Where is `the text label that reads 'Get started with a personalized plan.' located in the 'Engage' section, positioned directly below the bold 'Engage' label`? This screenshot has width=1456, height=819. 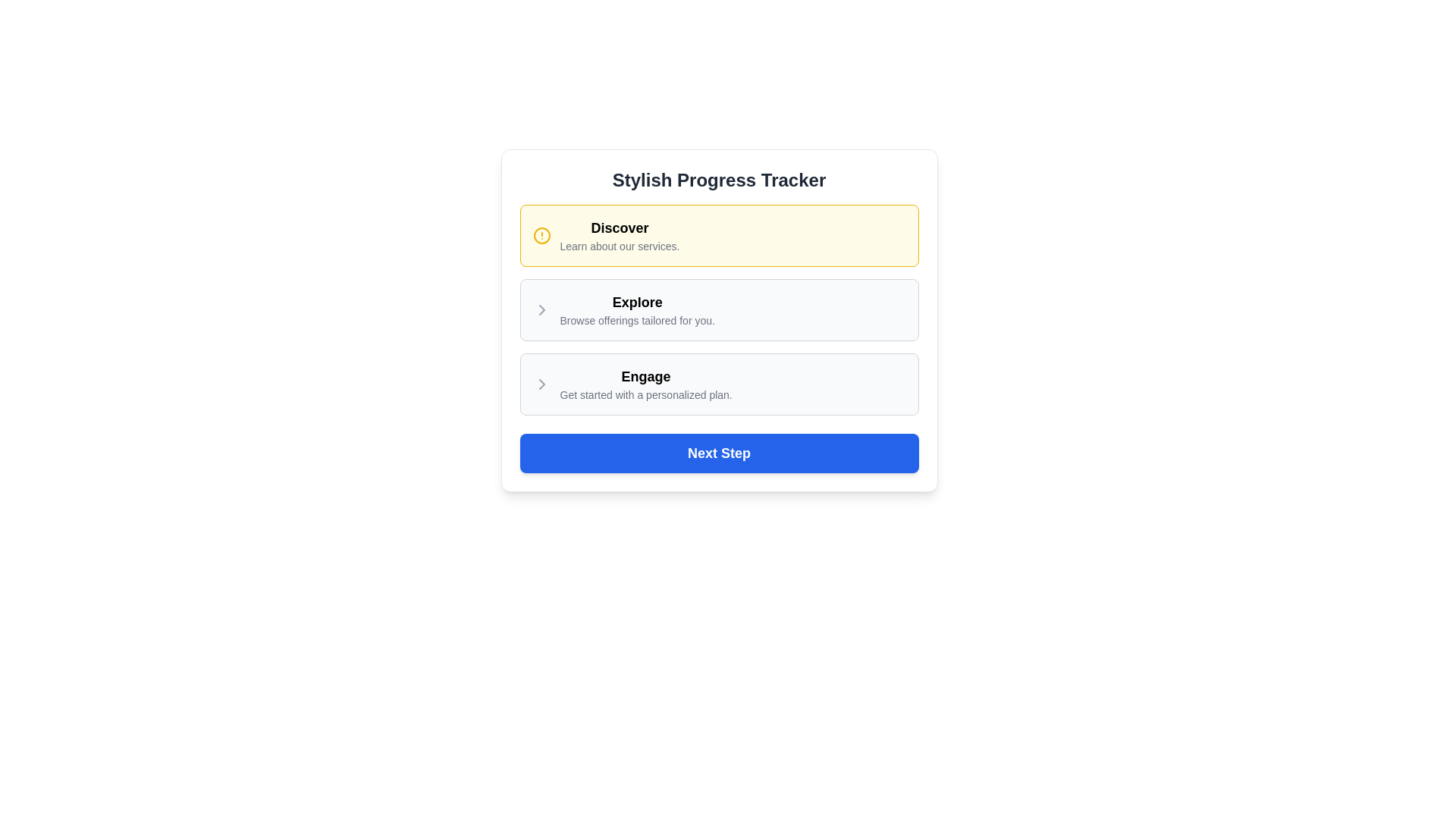 the text label that reads 'Get started with a personalized plan.' located in the 'Engage' section, positioned directly below the bold 'Engage' label is located at coordinates (646, 394).